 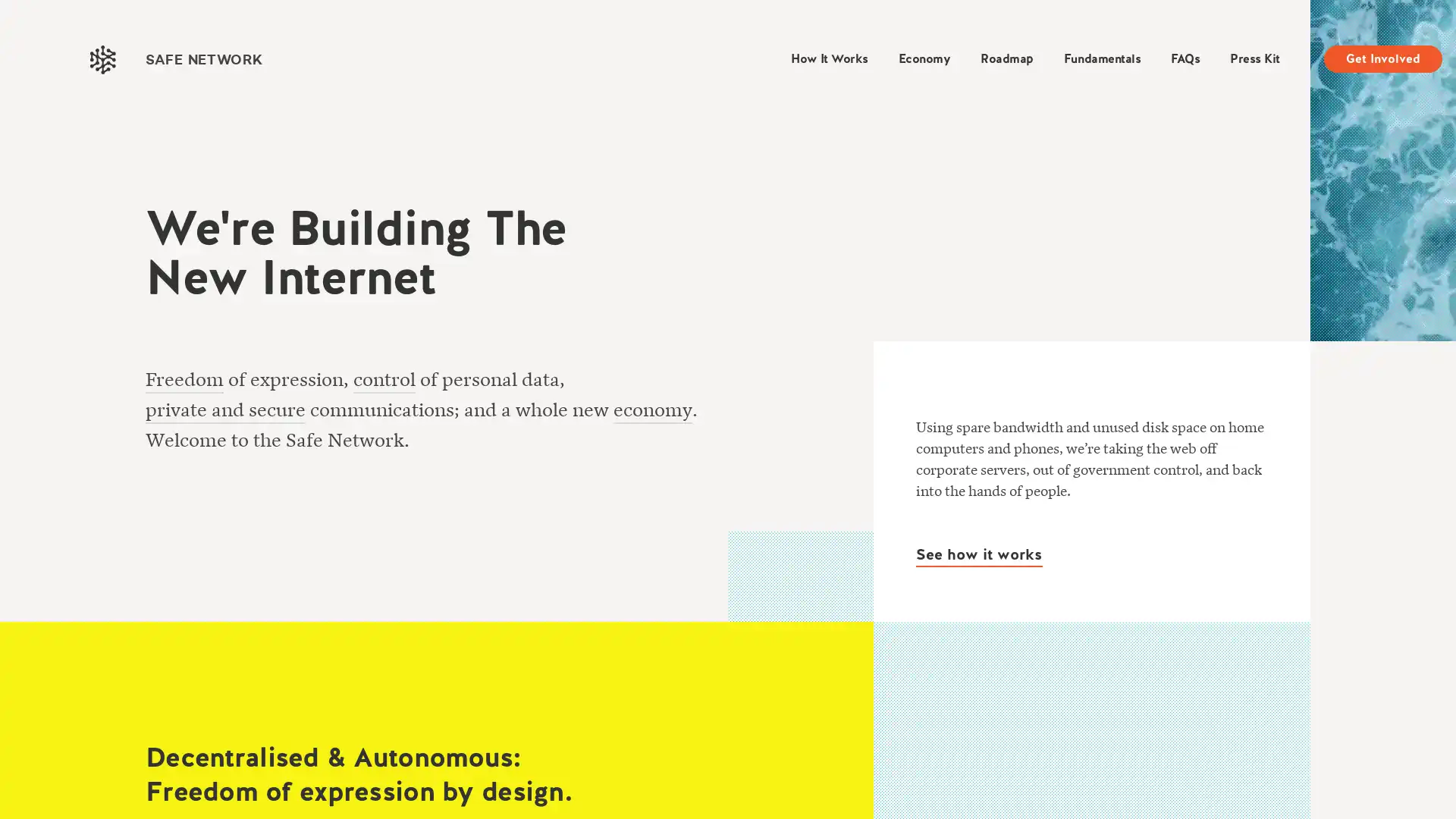 I want to click on Get Involved, so click(x=1383, y=58).